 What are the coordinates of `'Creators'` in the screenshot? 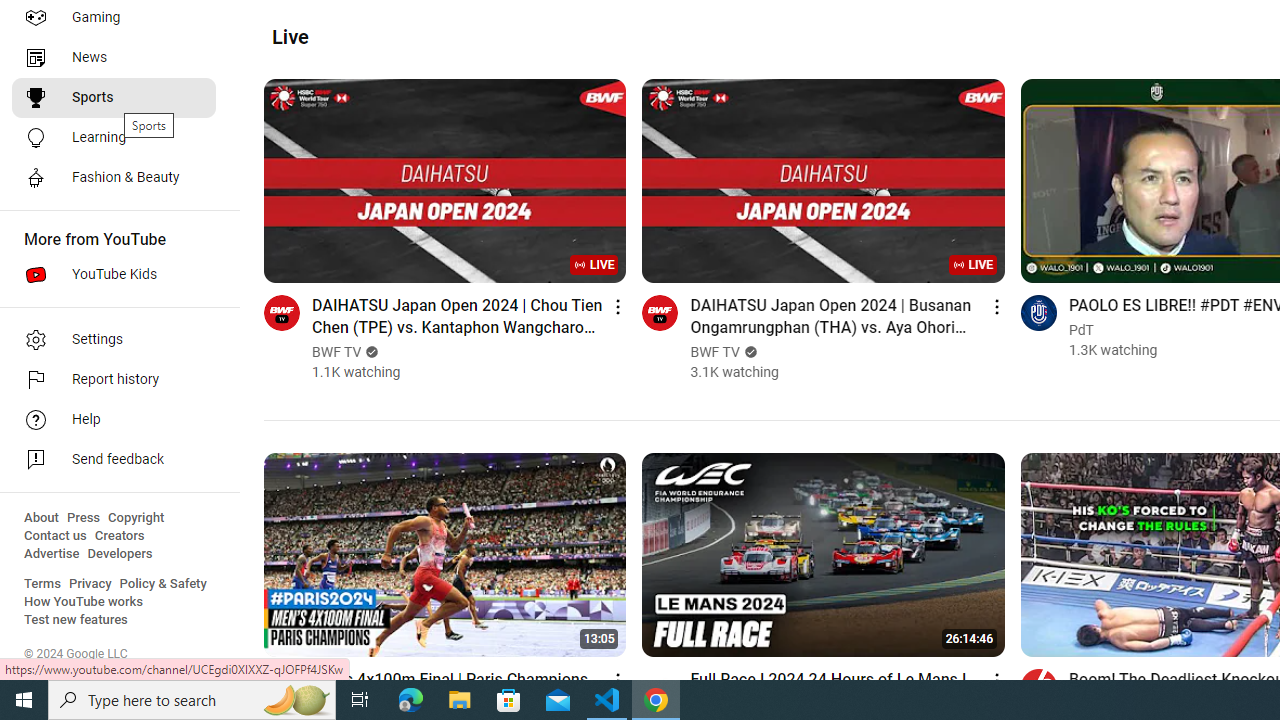 It's located at (118, 535).